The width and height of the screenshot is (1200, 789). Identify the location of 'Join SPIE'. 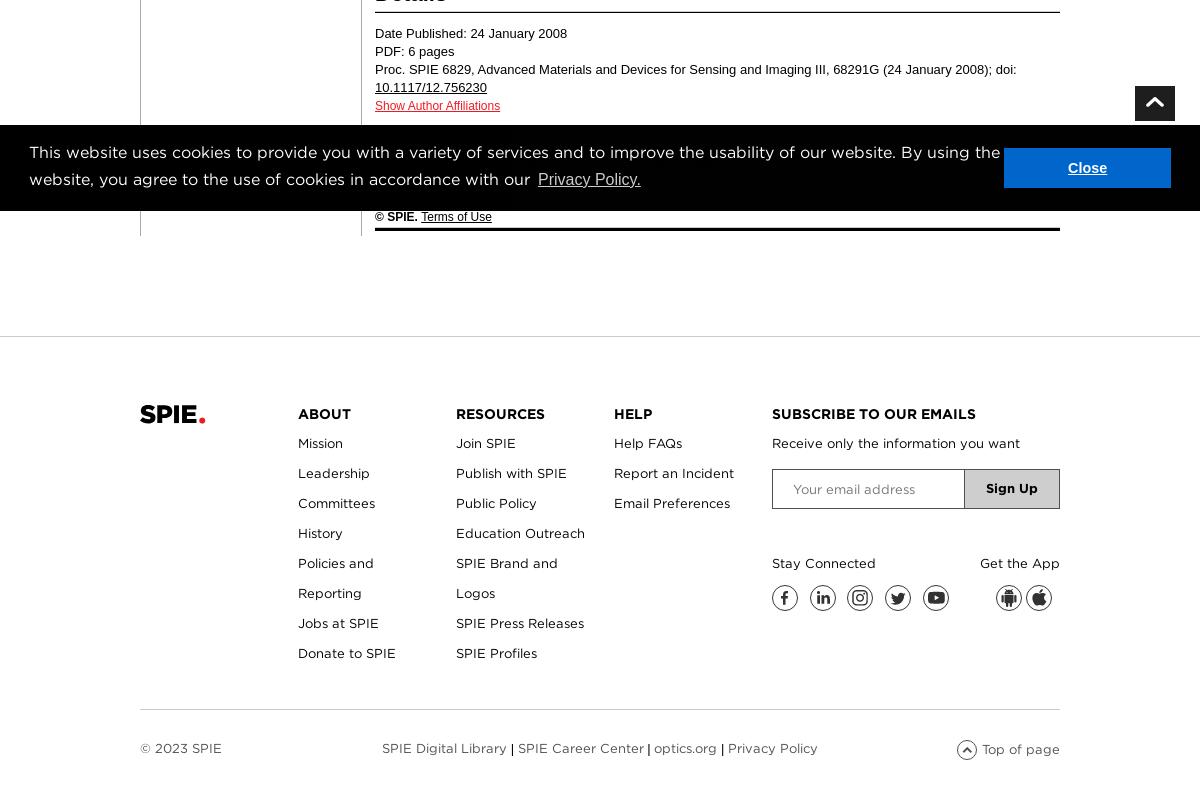
(485, 443).